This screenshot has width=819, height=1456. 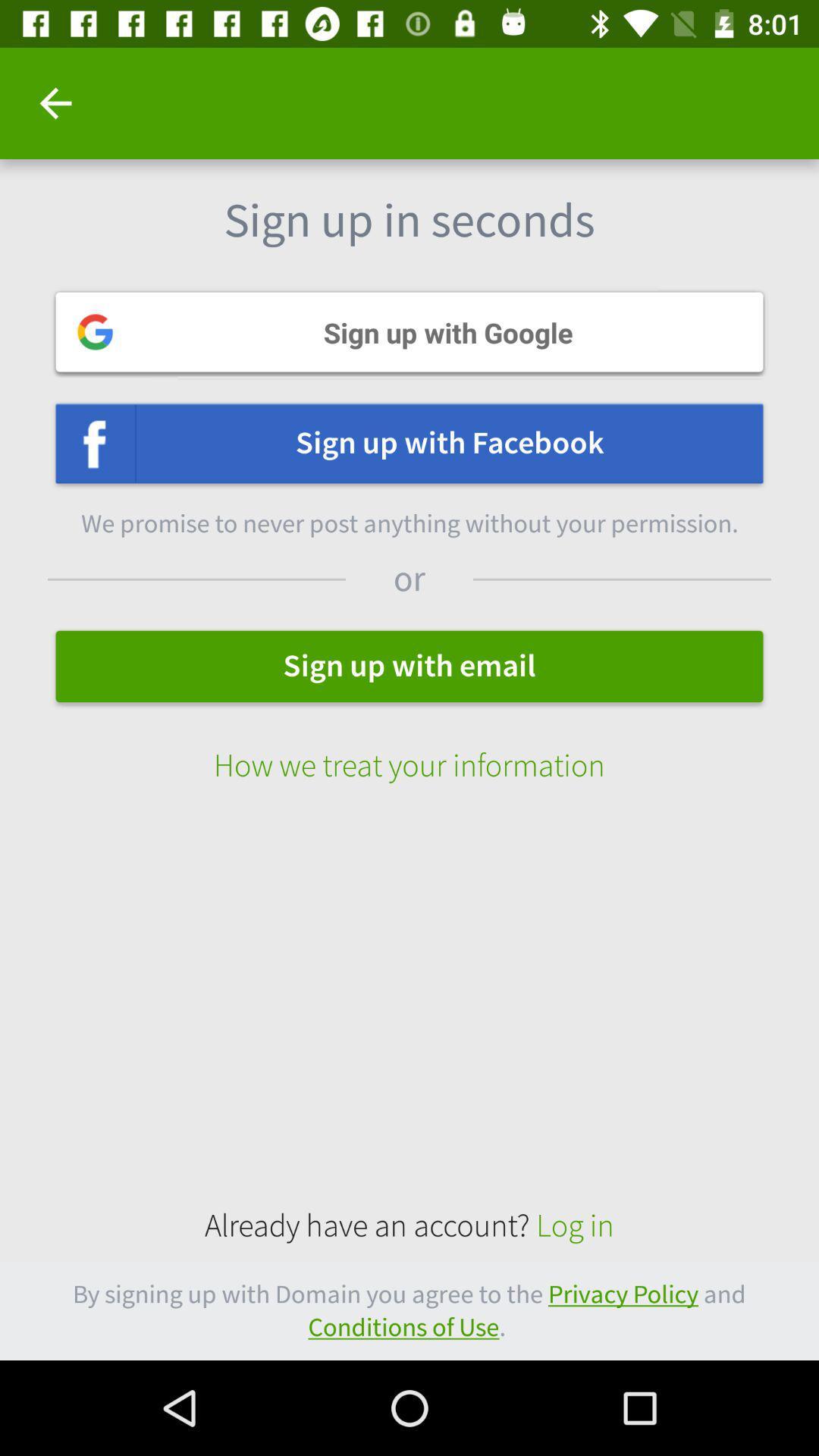 What do you see at coordinates (55, 102) in the screenshot?
I see `item above the sign up in item` at bounding box center [55, 102].